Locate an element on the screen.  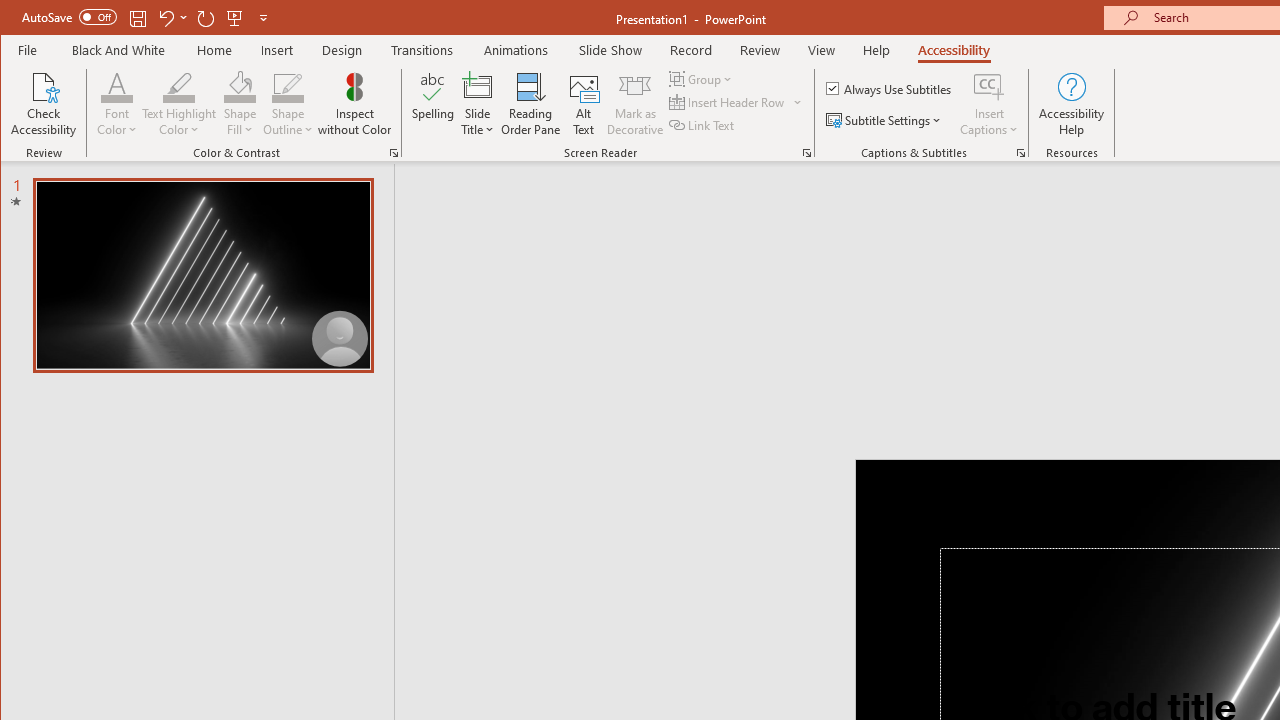
'Always Use Subtitles' is located at coordinates (889, 87).